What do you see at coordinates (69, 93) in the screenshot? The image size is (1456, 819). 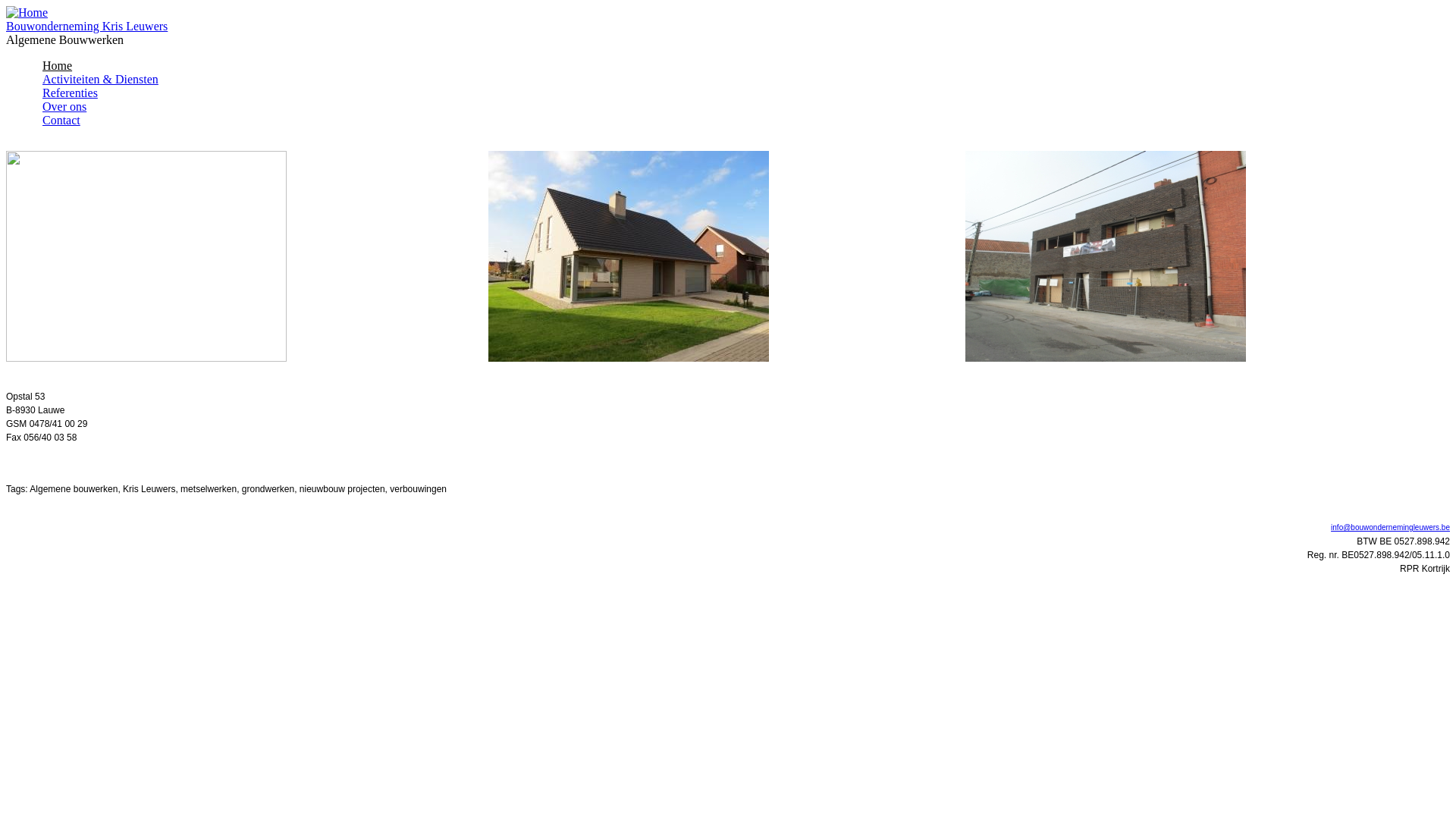 I see `'Referenties'` at bounding box center [69, 93].